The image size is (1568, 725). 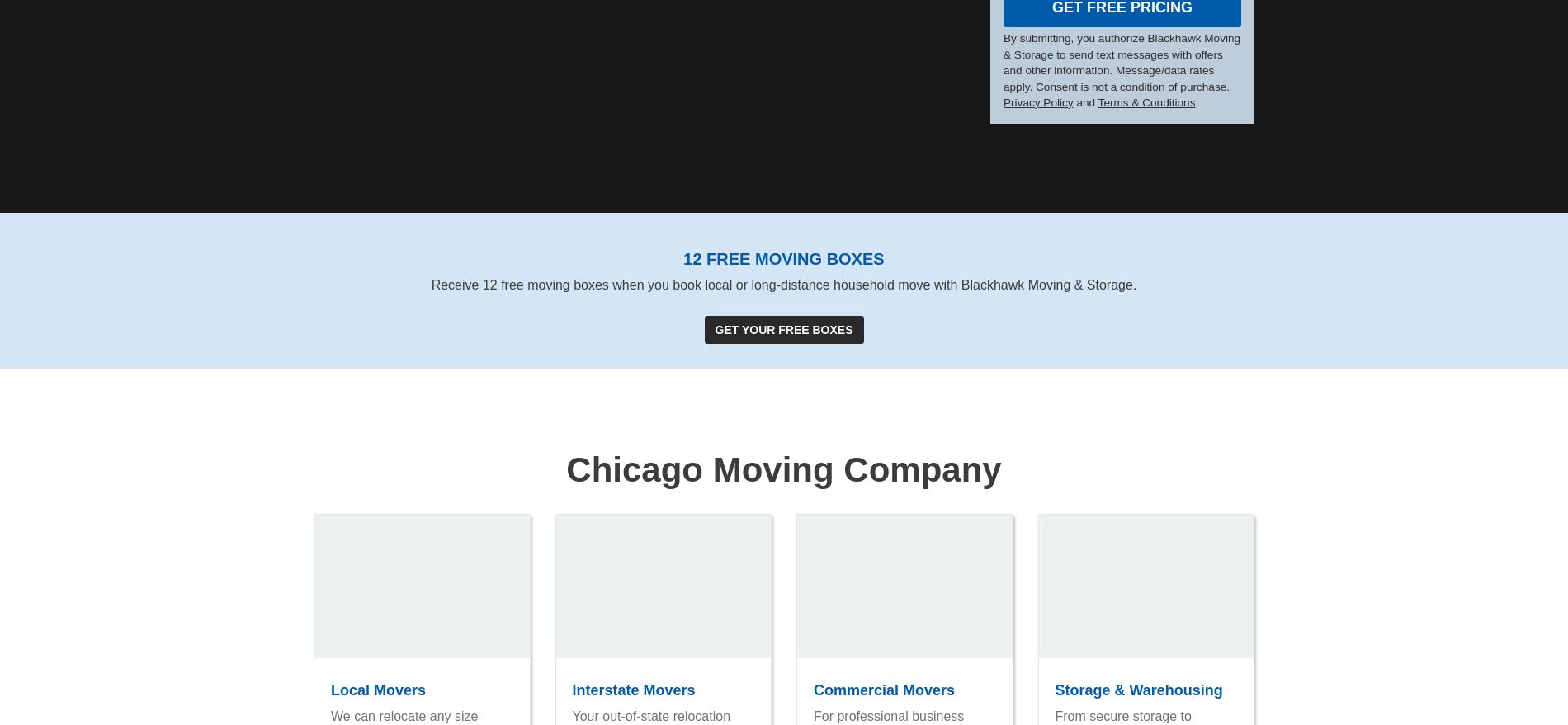 What do you see at coordinates (1084, 101) in the screenshot?
I see `'and'` at bounding box center [1084, 101].